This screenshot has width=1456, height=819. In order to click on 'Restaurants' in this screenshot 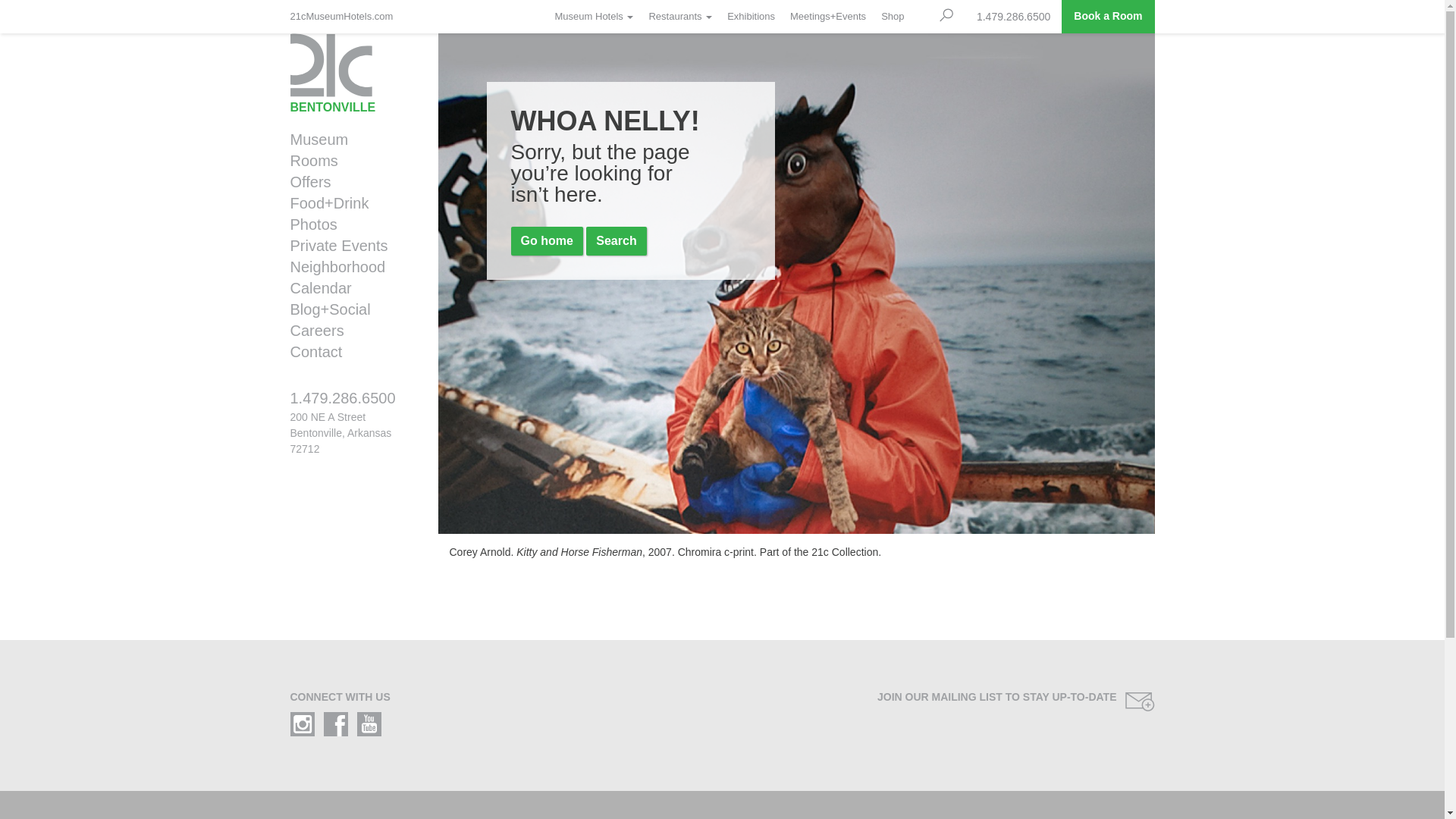, I will do `click(640, 17)`.